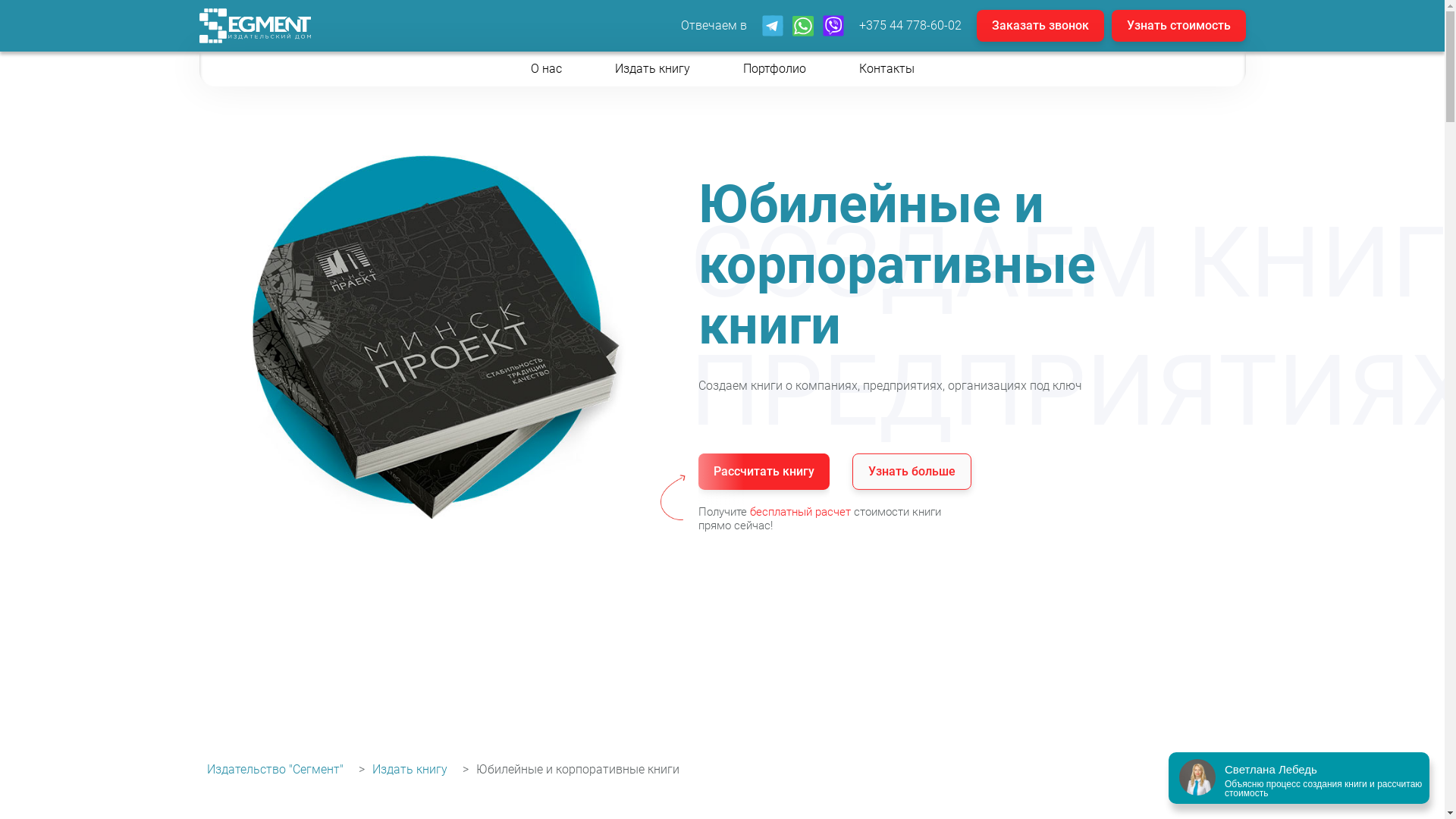 This screenshot has height=819, width=1456. What do you see at coordinates (909, 26) in the screenshot?
I see `'+375 44 778-60-02'` at bounding box center [909, 26].